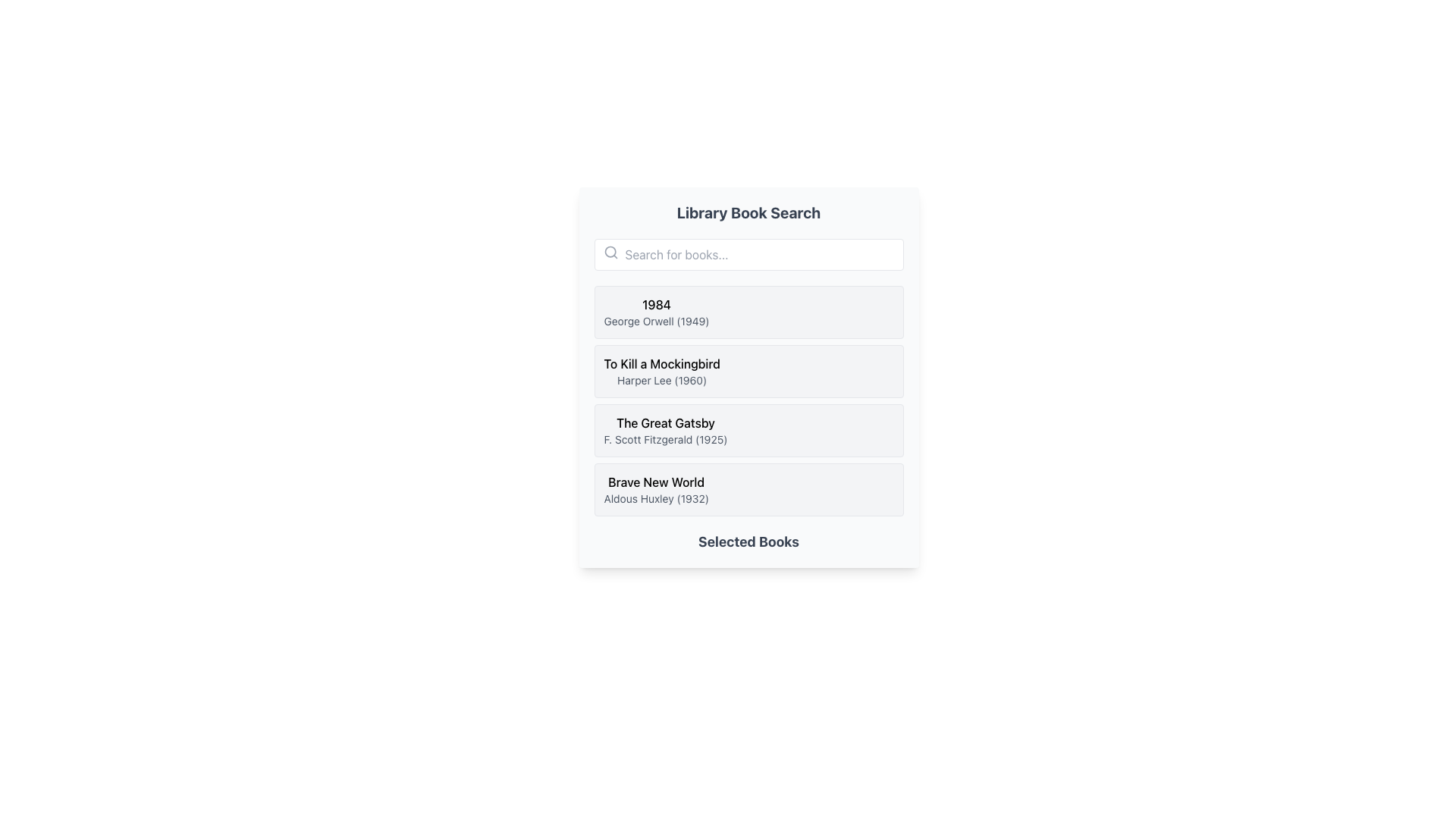  What do you see at coordinates (666, 430) in the screenshot?
I see `text displayed in the third book entry, which includes the title, author, and publication year of a book, located below '1984' and 'To Kill a Mockingbird' and above 'Brave New World.'` at bounding box center [666, 430].